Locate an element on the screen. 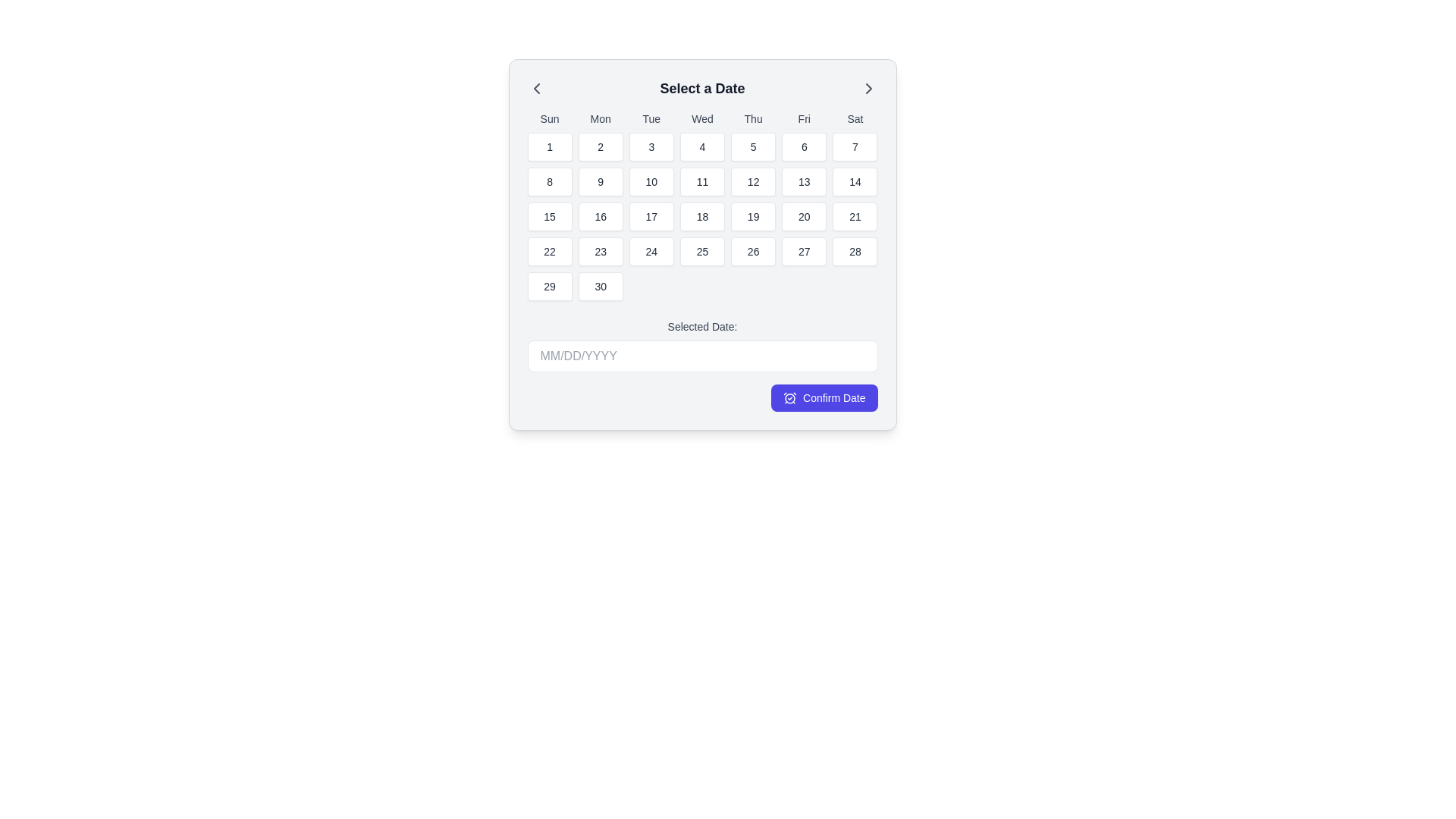 The width and height of the screenshot is (1456, 819). the date selection button located in the calendar section, specifically in the fifth row and fifth column of the grid is located at coordinates (753, 250).